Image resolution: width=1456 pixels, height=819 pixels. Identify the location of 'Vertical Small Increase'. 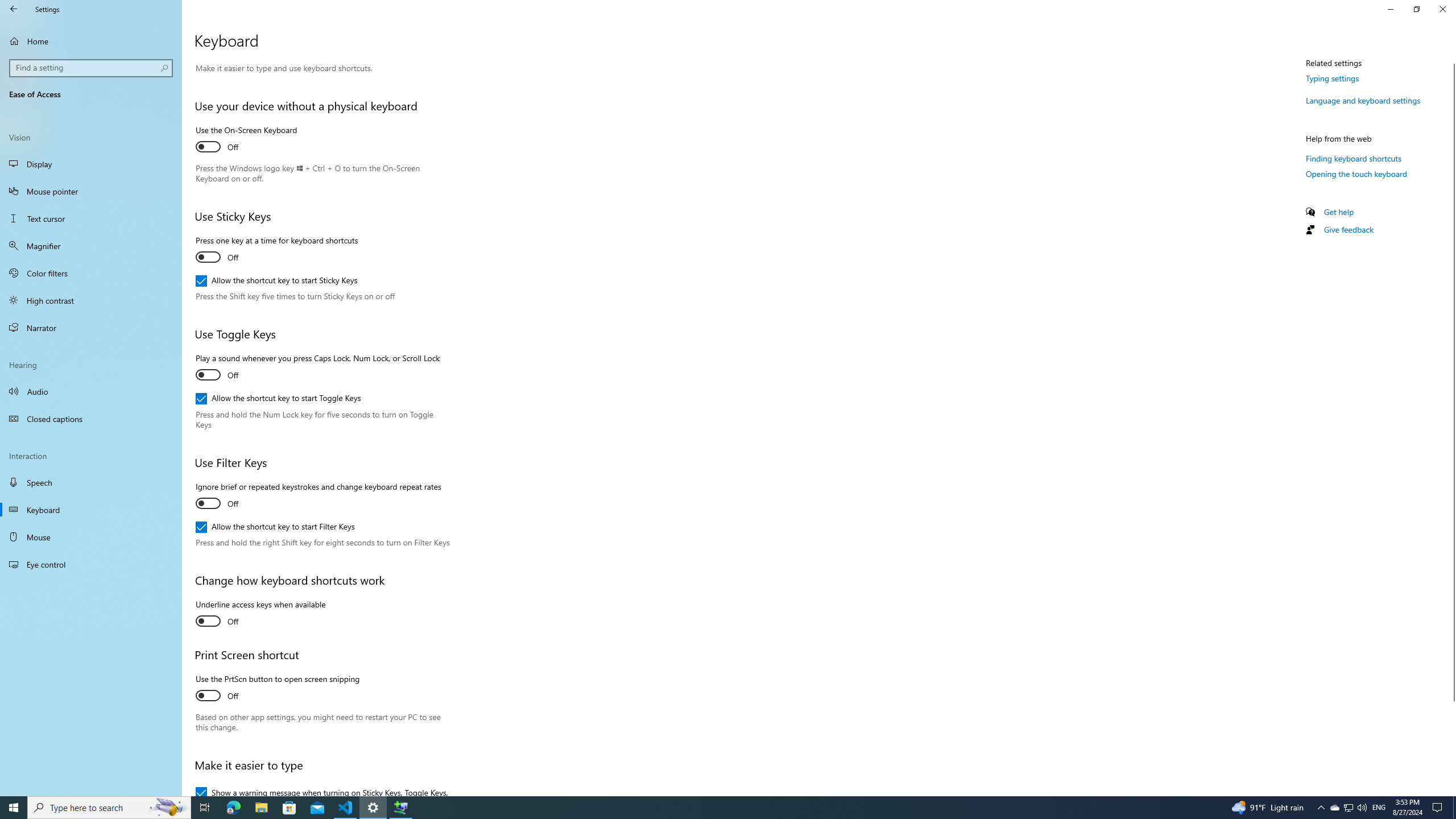
(1451, 791).